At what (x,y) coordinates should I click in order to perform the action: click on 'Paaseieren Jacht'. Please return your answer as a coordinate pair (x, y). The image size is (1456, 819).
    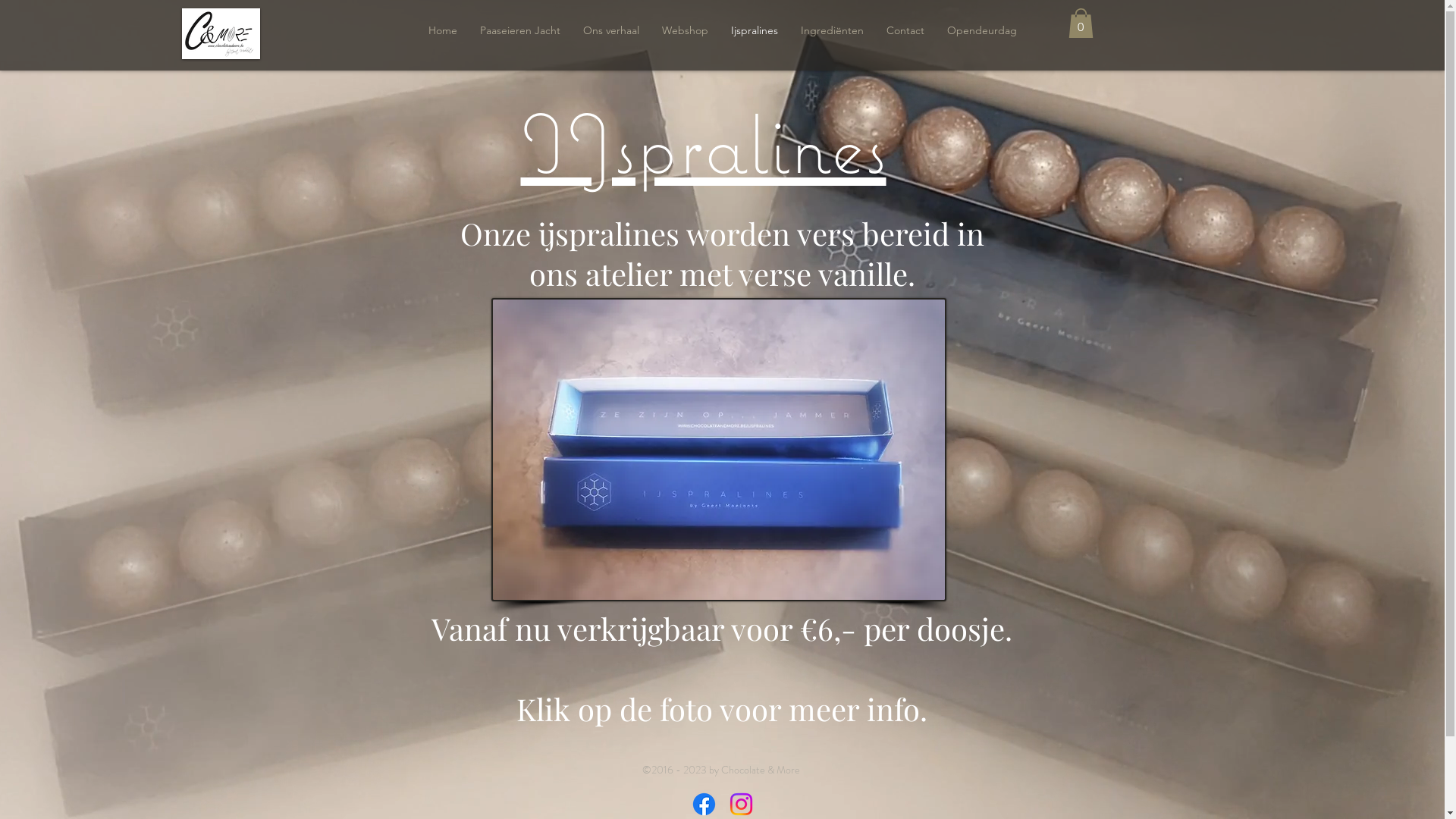
    Looking at the image, I should click on (520, 30).